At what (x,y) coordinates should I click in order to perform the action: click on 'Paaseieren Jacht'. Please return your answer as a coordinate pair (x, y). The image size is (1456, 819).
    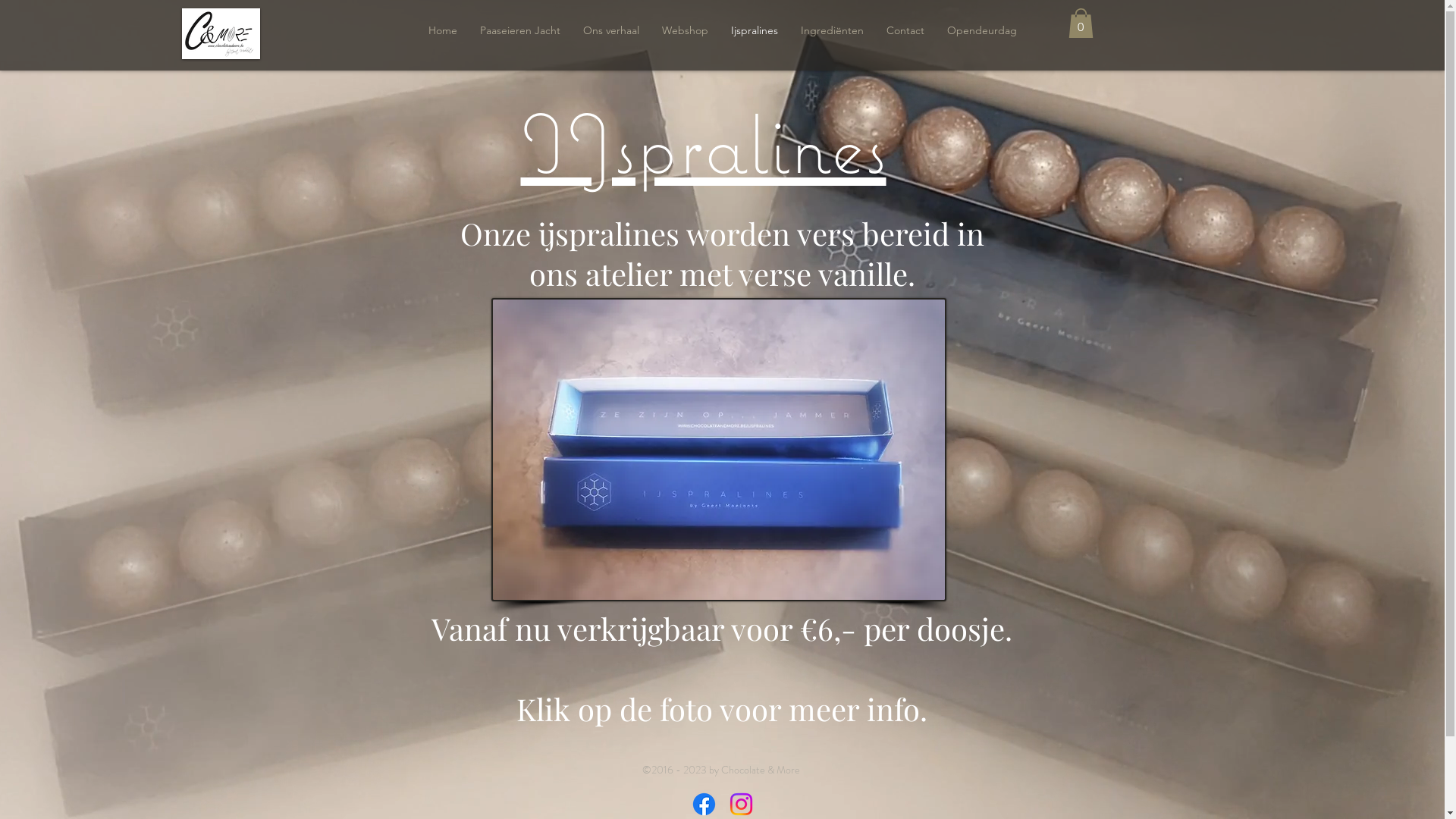
    Looking at the image, I should click on (520, 30).